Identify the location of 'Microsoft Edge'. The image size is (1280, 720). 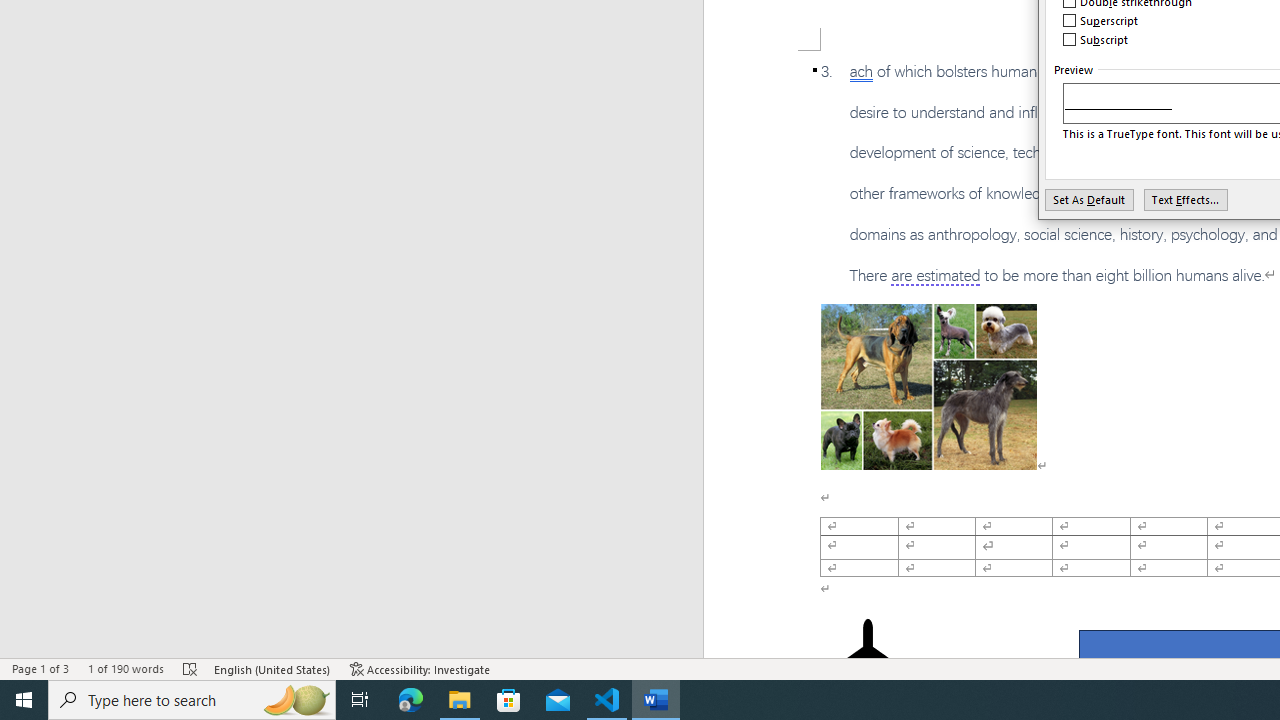
(410, 698).